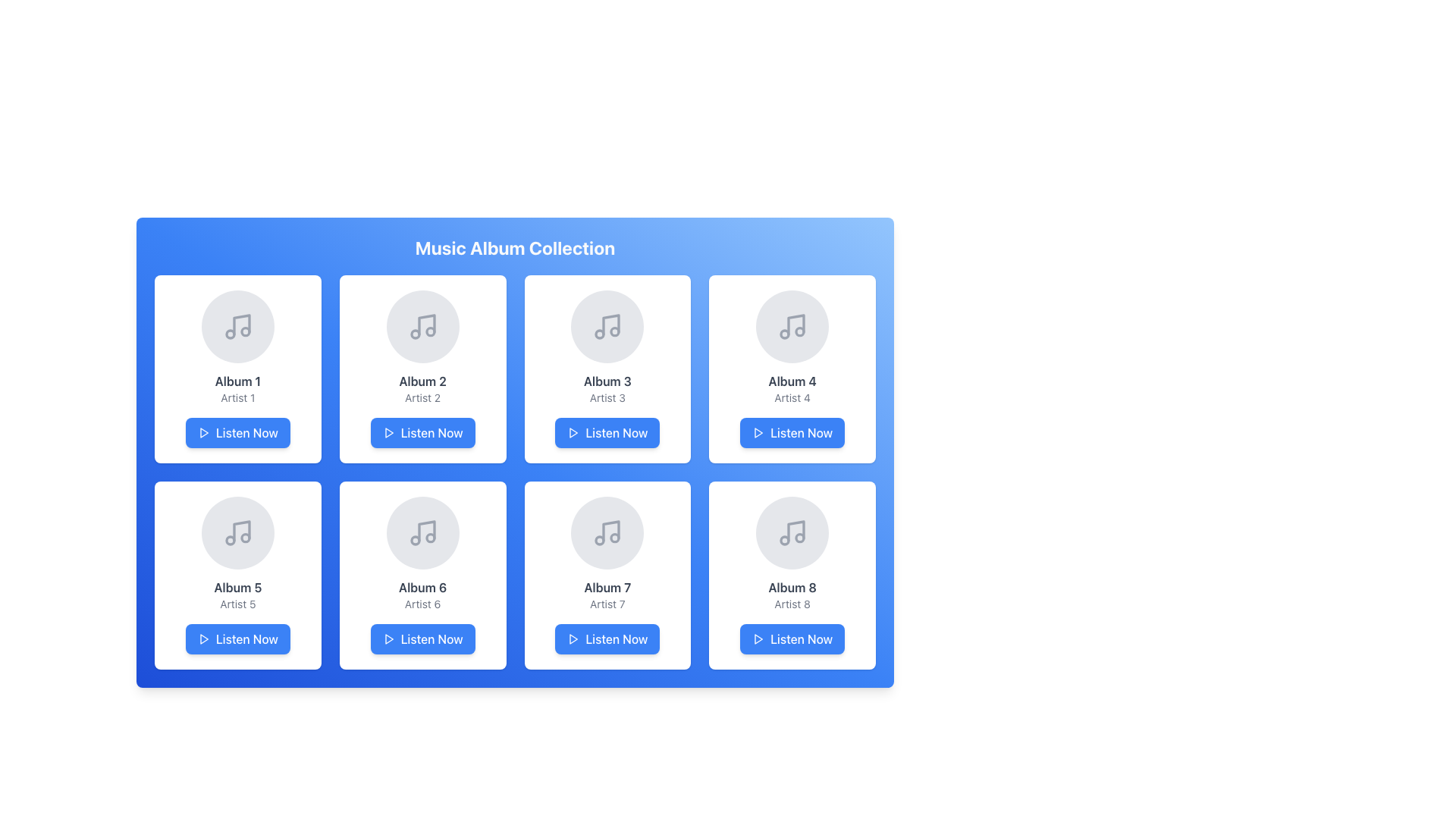 The width and height of the screenshot is (1456, 819). Describe the element at coordinates (758, 432) in the screenshot. I see `the triangular play icon within the 'Listen Now' button for 'Album 4'` at that location.